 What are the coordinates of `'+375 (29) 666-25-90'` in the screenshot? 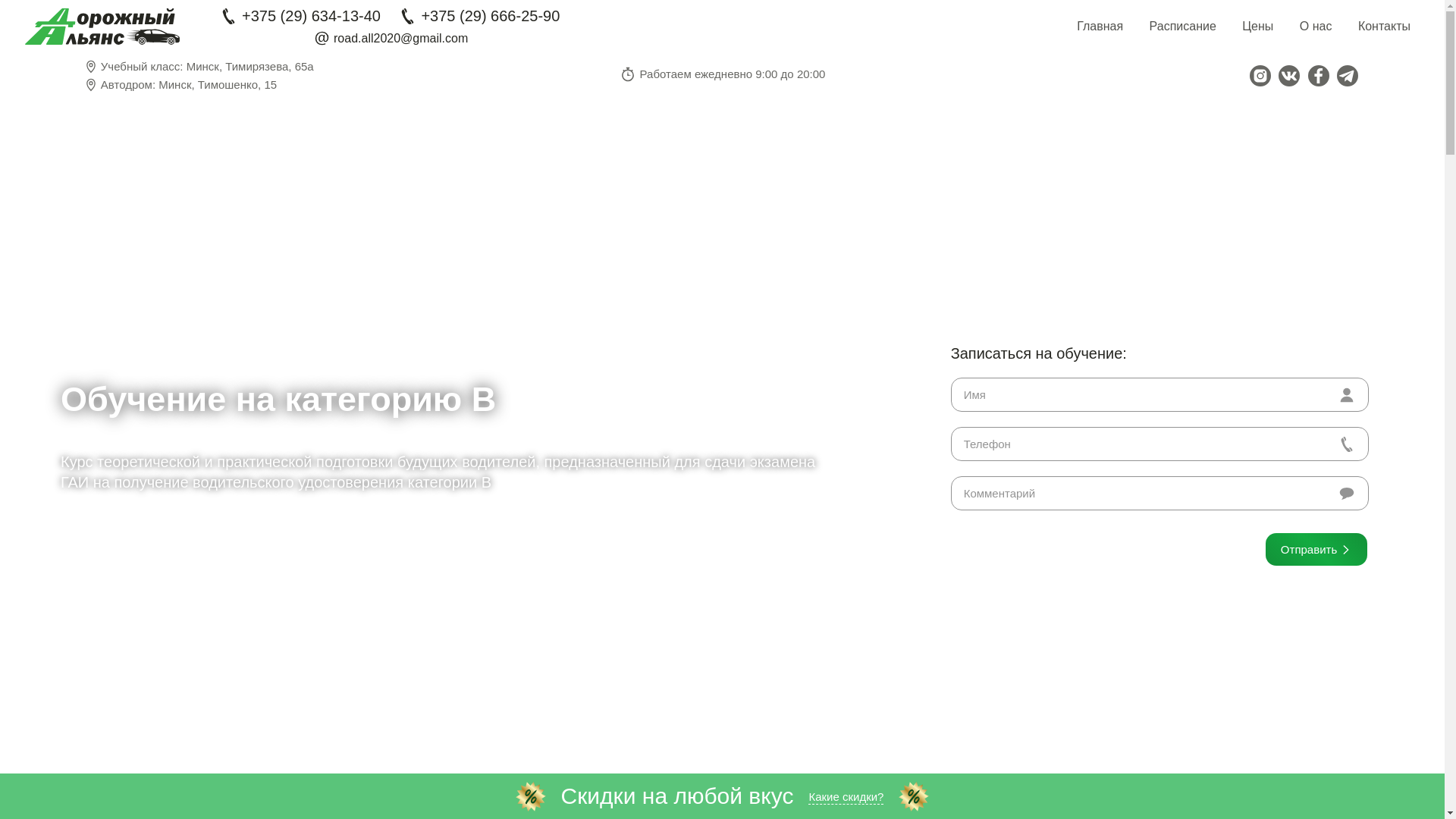 It's located at (479, 16).